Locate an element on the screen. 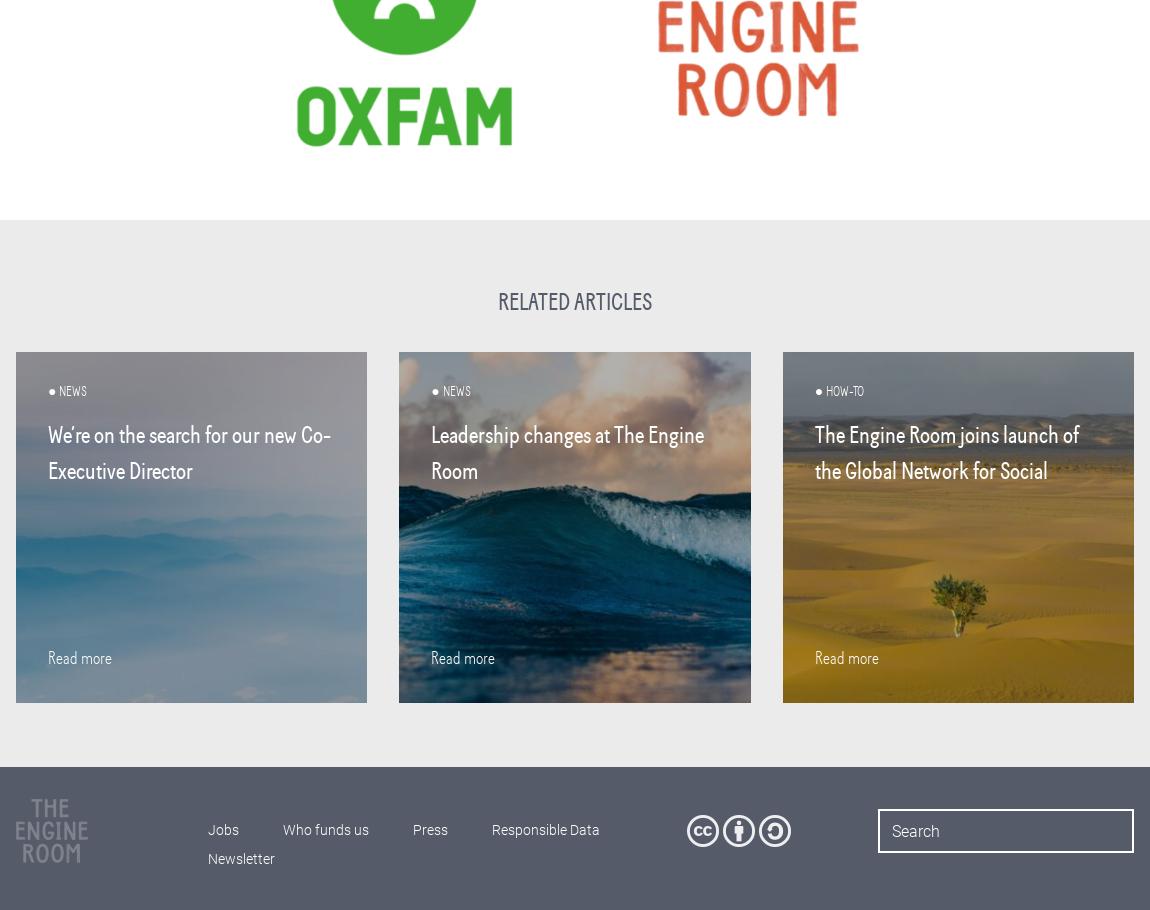 Image resolution: width=1150 pixels, height=910 pixels. 'Press' is located at coordinates (429, 830).